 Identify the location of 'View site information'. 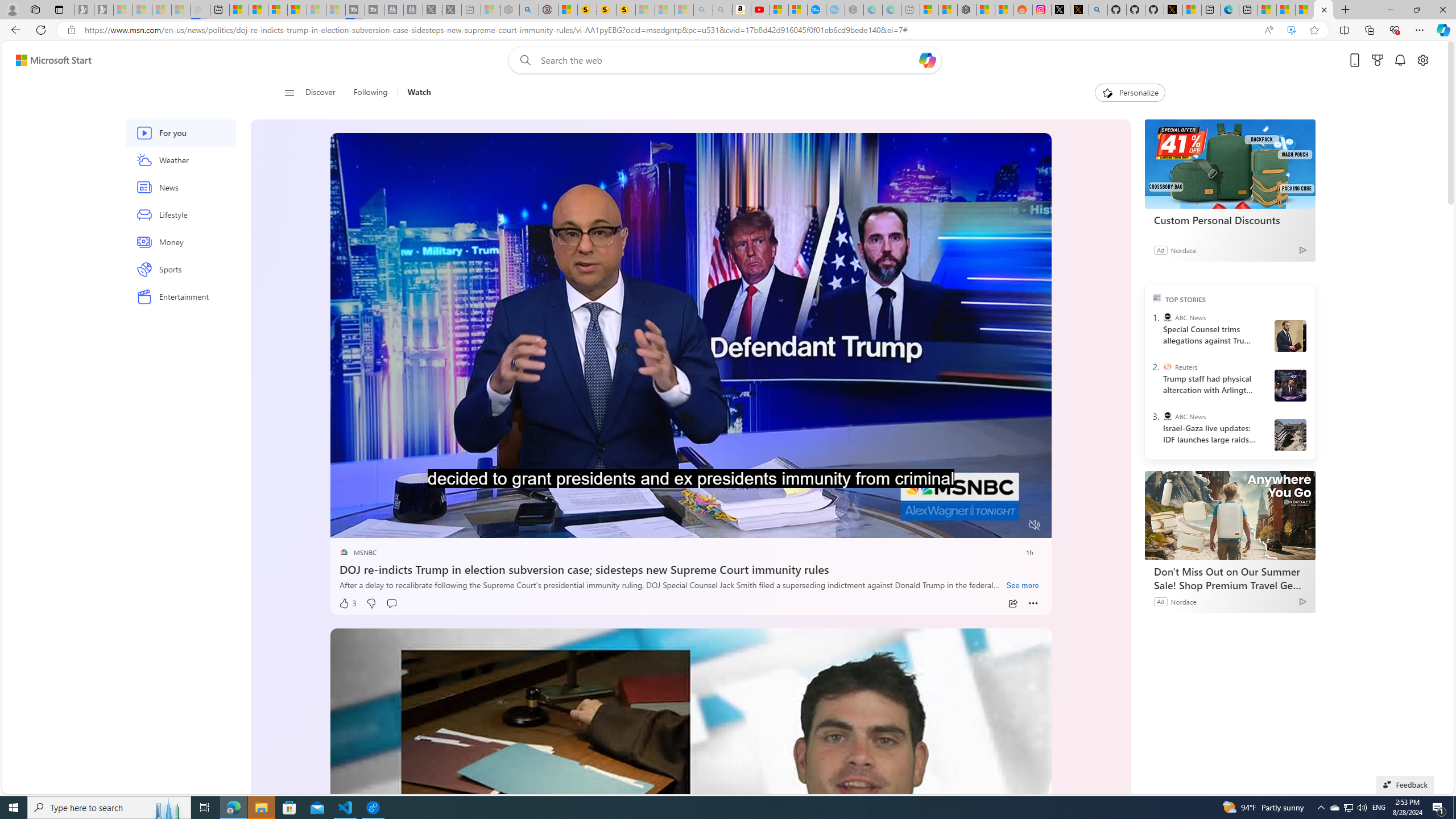
(71, 30).